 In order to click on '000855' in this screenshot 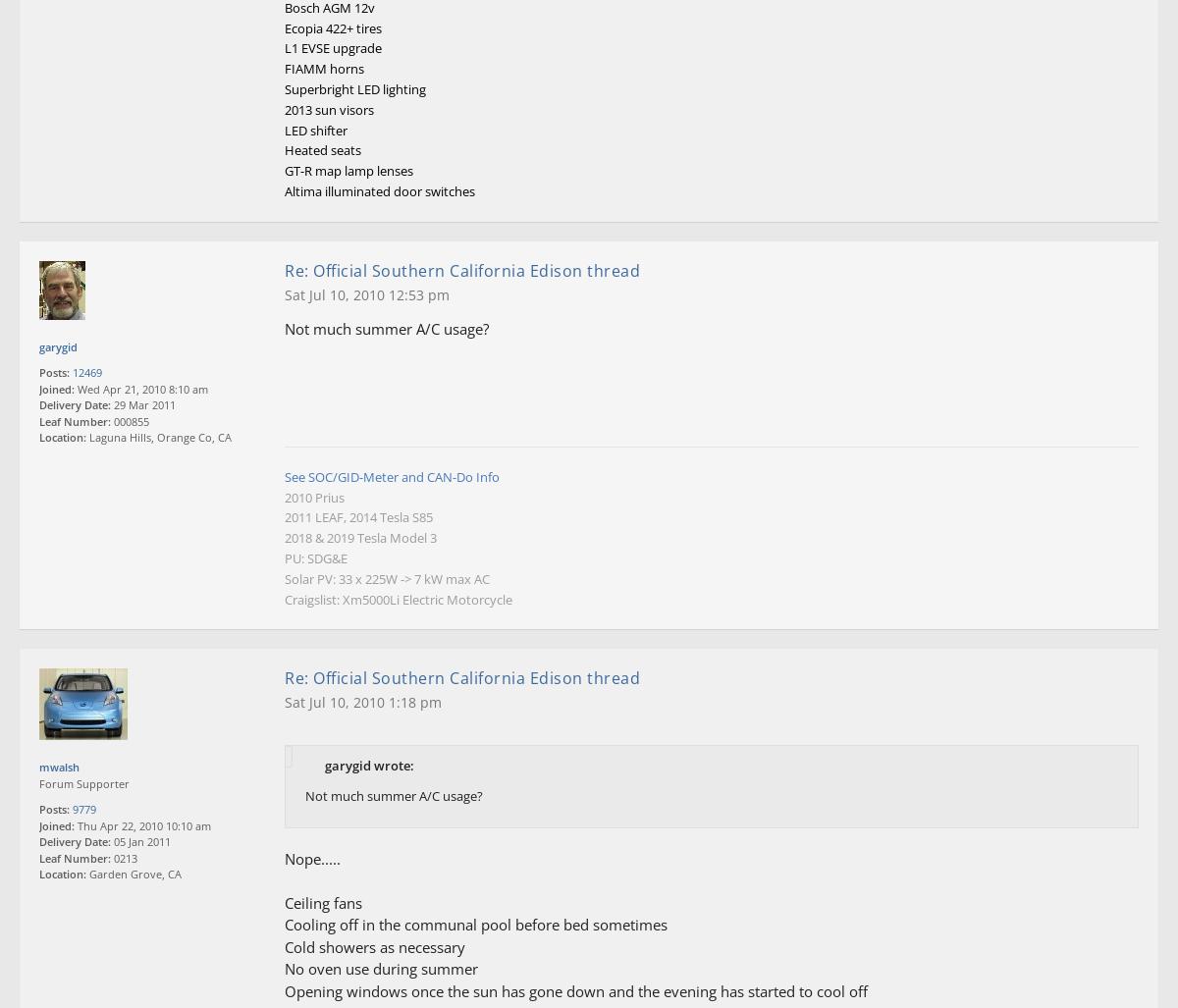, I will do `click(130, 419)`.